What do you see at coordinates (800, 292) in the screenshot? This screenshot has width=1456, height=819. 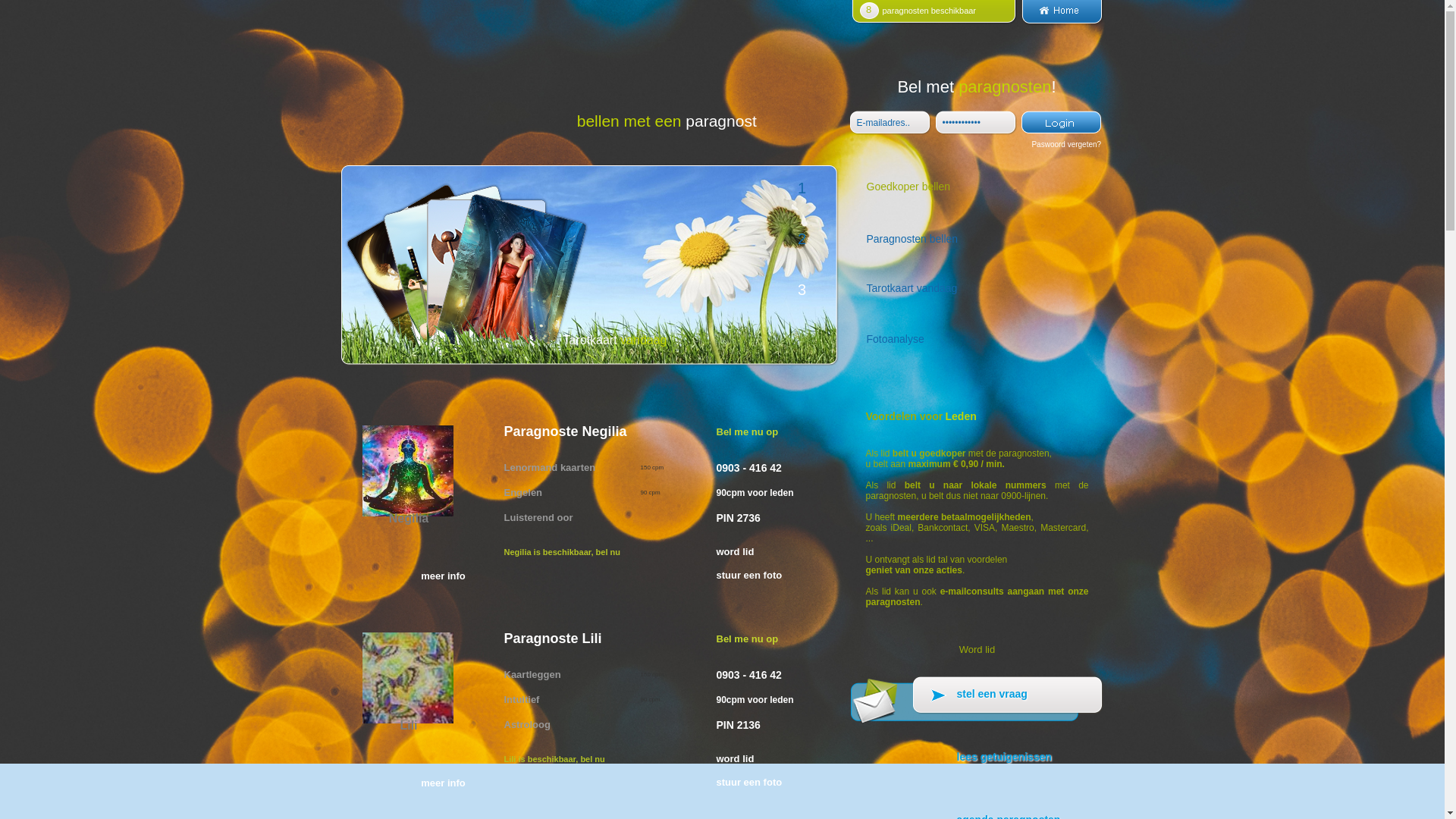 I see `'3'` at bounding box center [800, 292].